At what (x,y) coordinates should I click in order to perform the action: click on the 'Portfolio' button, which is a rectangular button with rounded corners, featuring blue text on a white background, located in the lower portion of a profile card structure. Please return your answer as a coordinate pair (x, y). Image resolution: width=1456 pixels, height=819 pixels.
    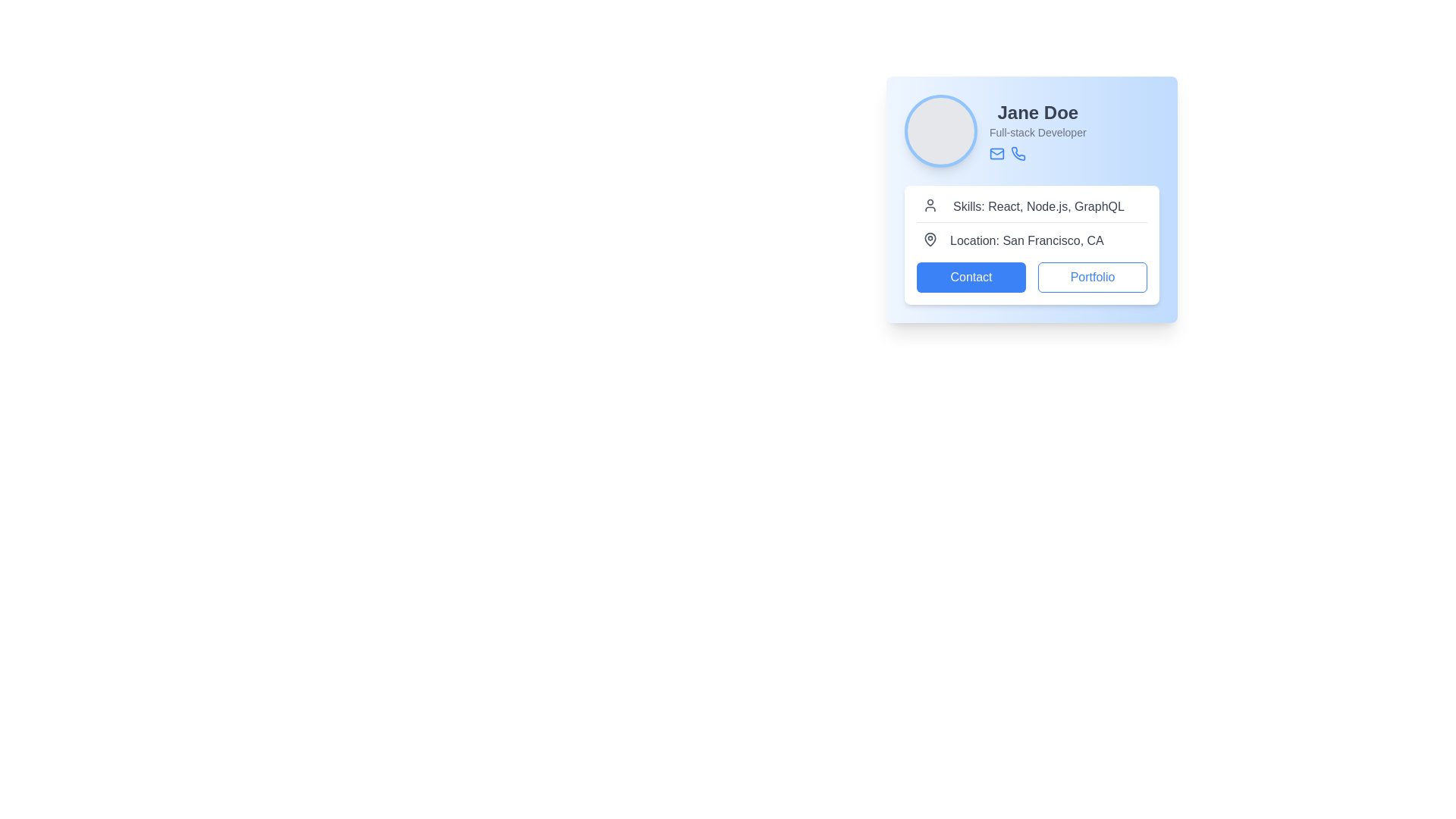
    Looking at the image, I should click on (1092, 278).